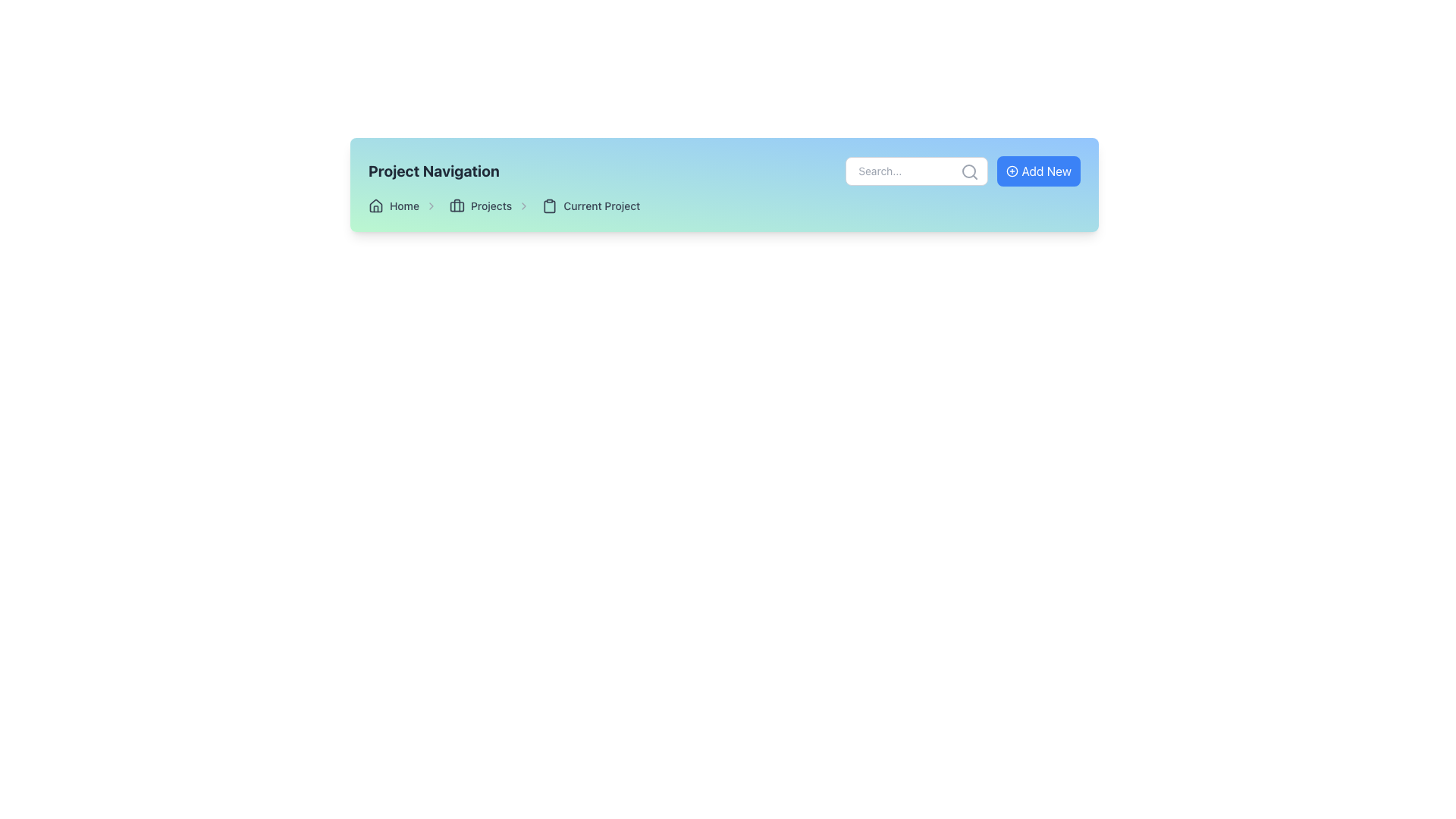 This screenshot has width=1456, height=819. What do you see at coordinates (490, 206) in the screenshot?
I see `the 'Projects' breadcrumb link` at bounding box center [490, 206].